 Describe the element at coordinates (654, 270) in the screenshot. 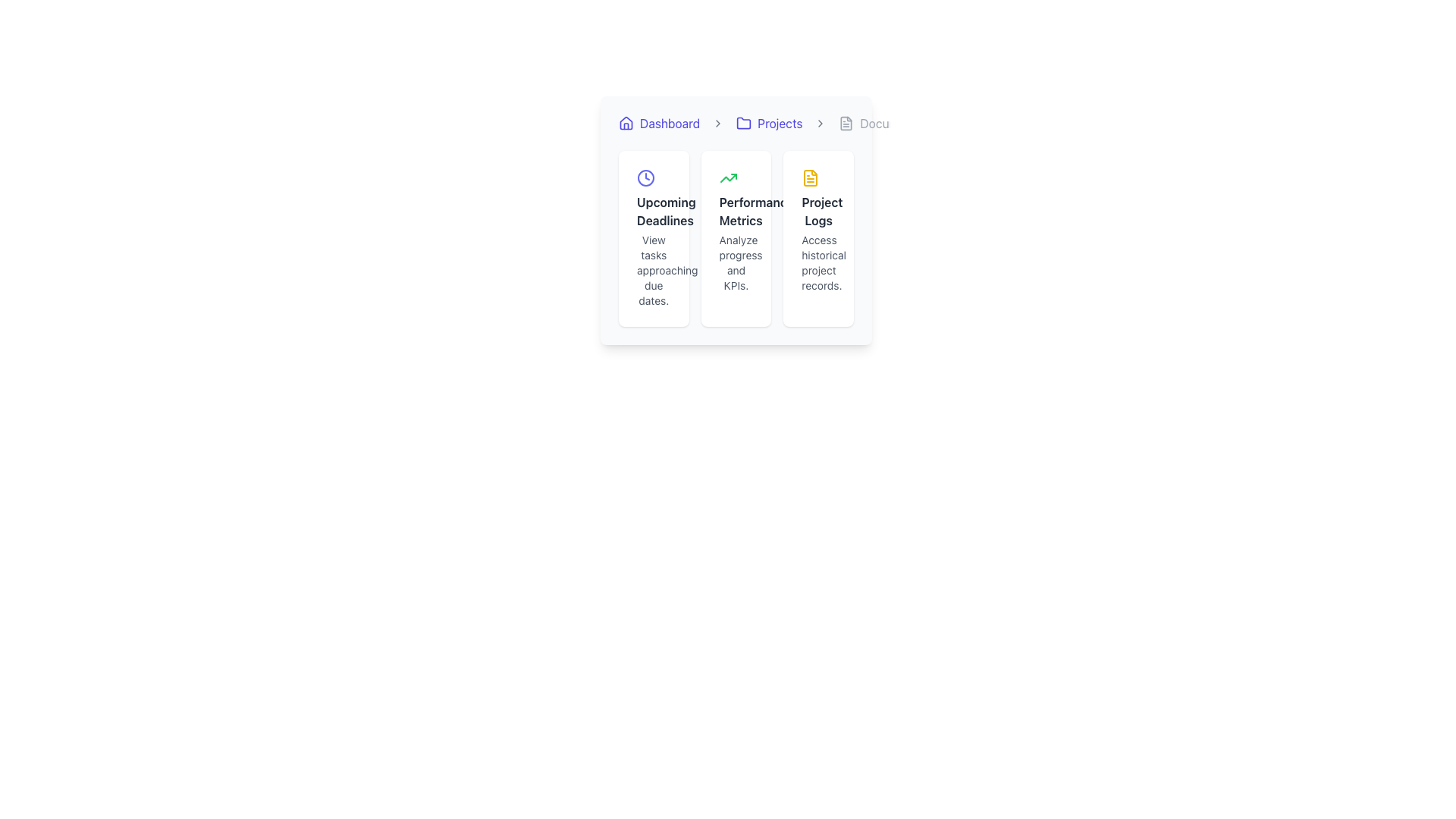

I see `the text providing additional descriptive information about the 'Upcoming Deadlines' section, located directly below the bold header within the leftmost card` at that location.